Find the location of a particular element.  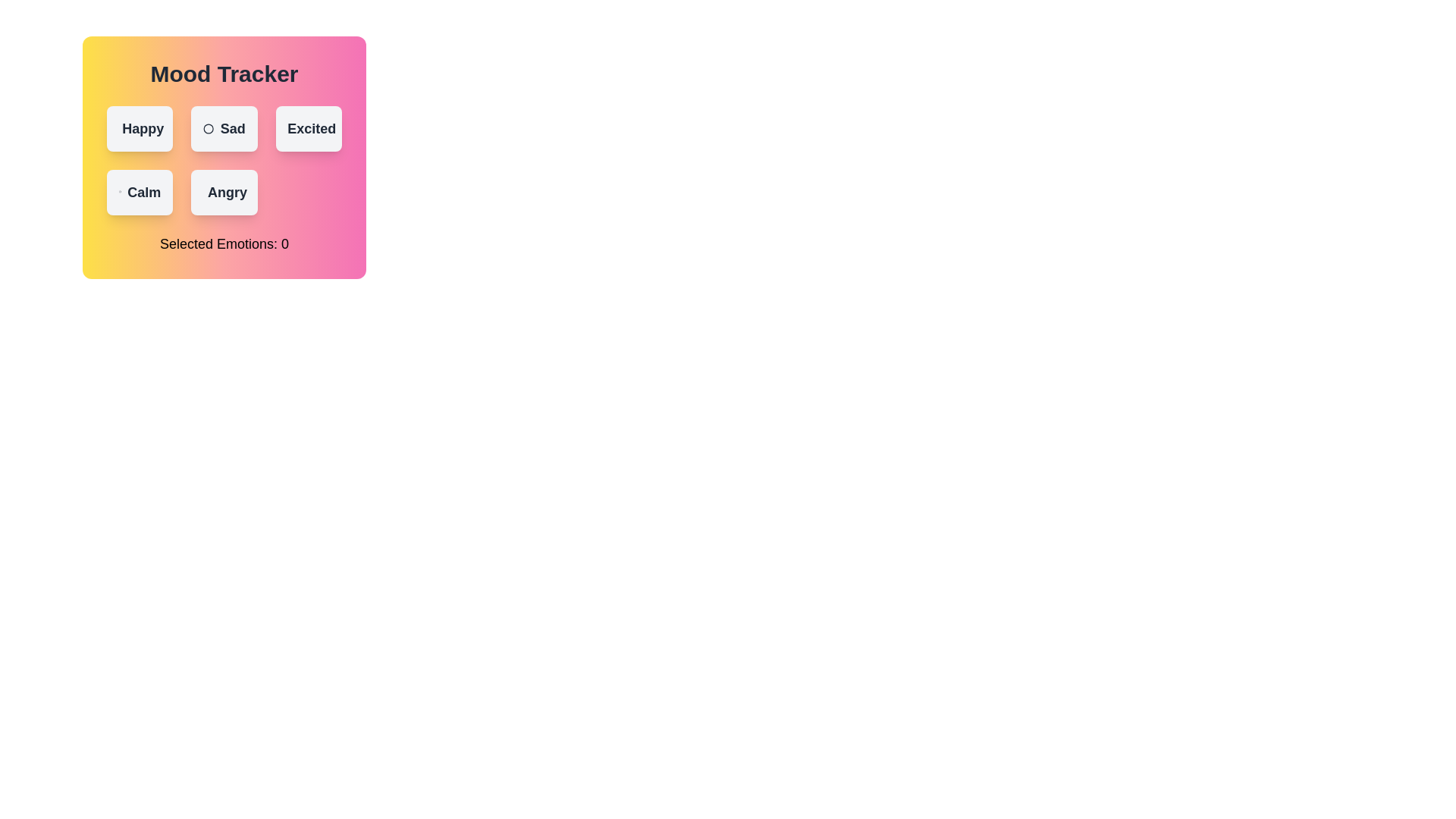

the Calm button is located at coordinates (139, 192).